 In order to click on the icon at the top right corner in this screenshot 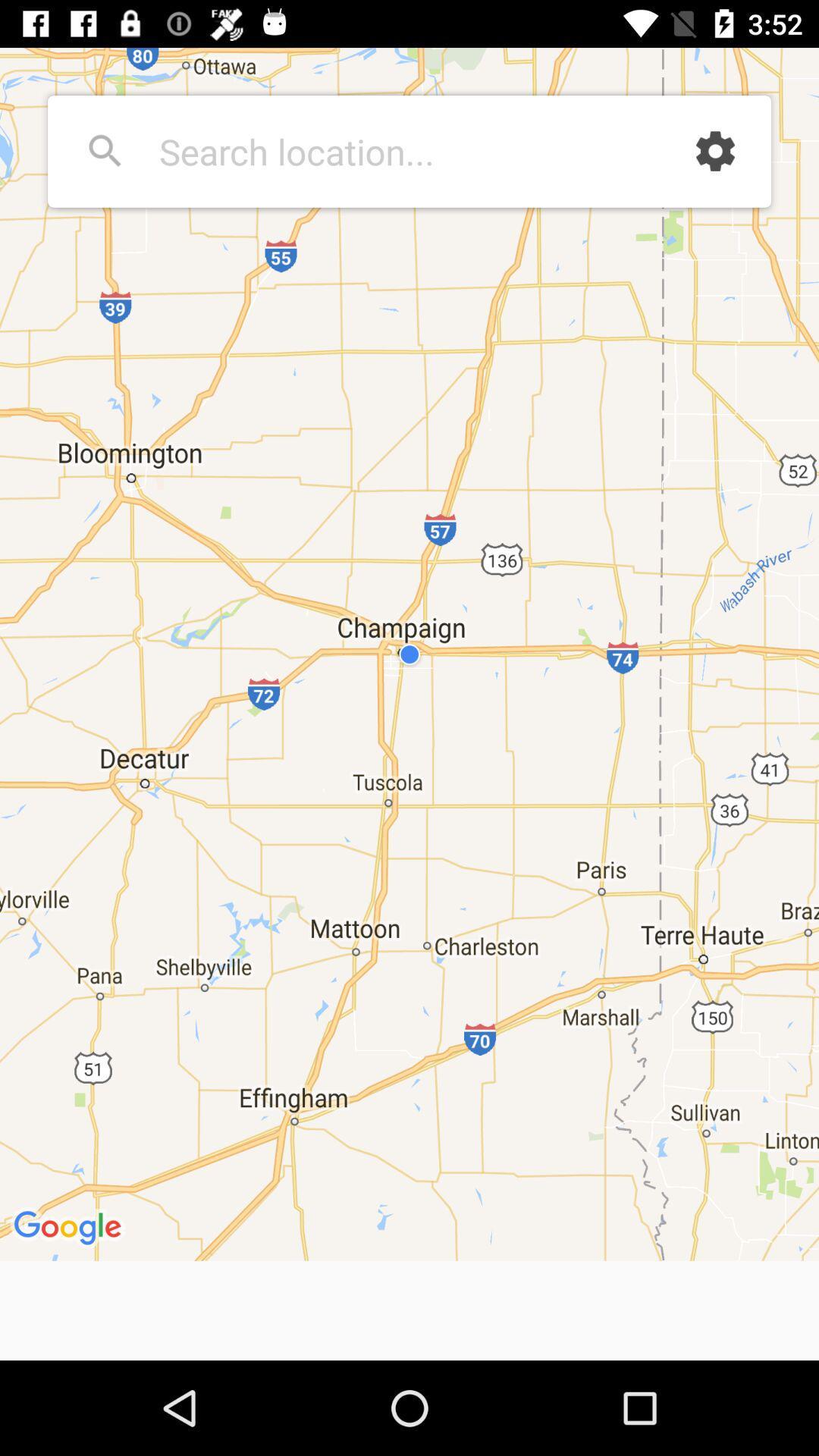, I will do `click(715, 151)`.